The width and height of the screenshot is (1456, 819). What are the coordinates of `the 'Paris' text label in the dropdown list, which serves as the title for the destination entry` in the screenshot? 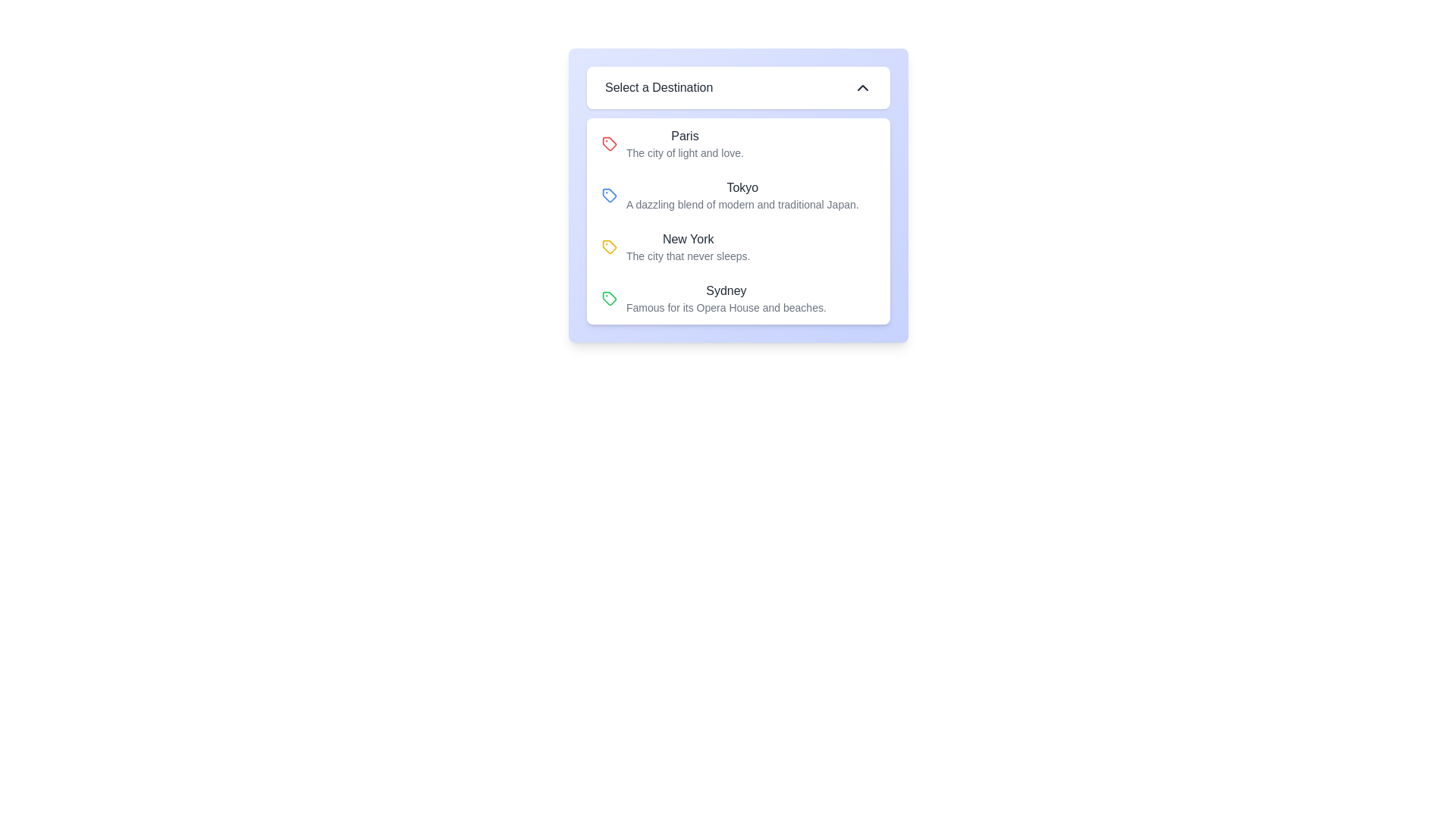 It's located at (684, 136).